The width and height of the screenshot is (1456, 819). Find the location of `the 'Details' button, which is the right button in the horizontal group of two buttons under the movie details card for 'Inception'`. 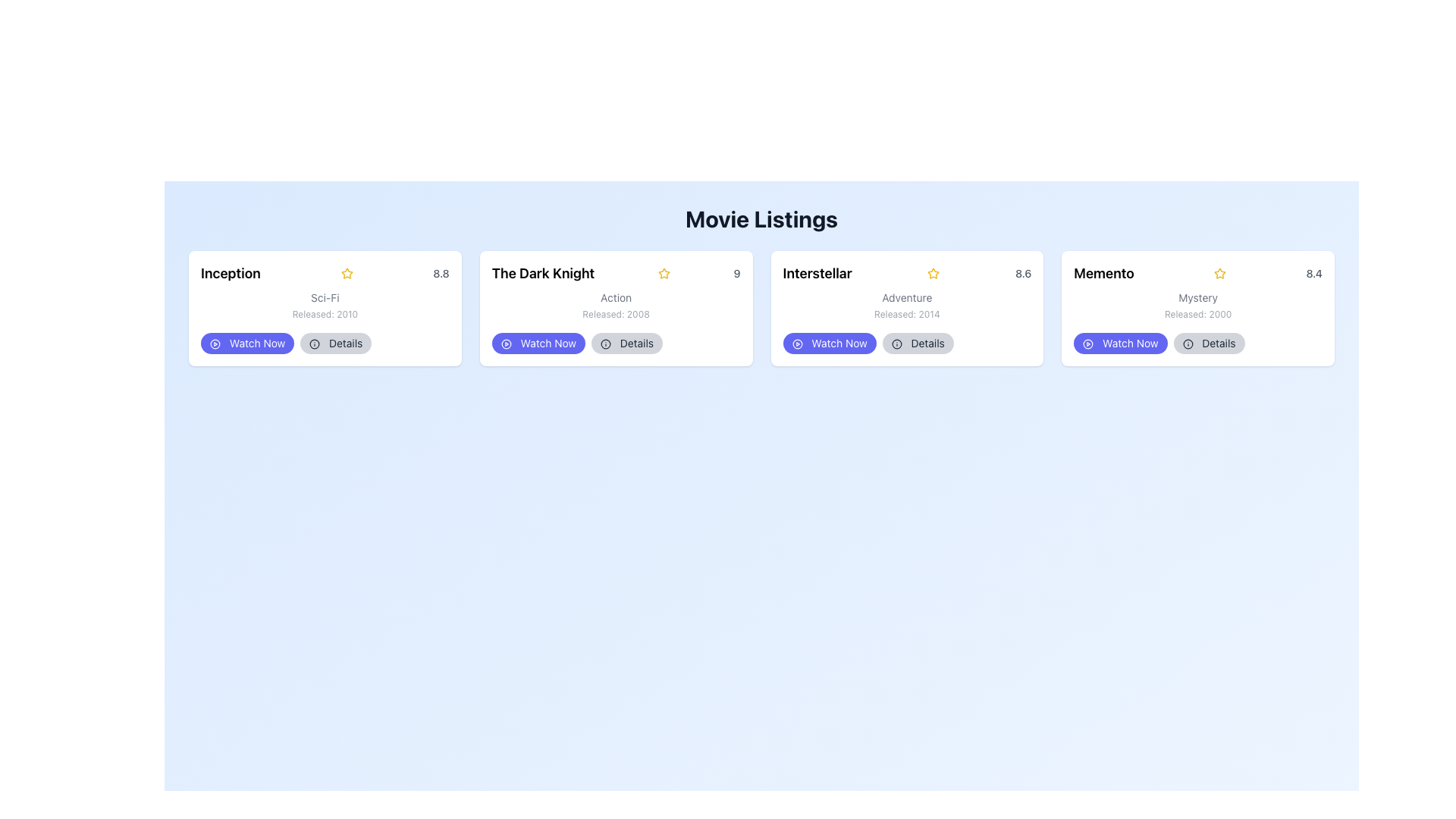

the 'Details' button, which is the right button in the horizontal group of two buttons under the movie details card for 'Inception' is located at coordinates (324, 343).